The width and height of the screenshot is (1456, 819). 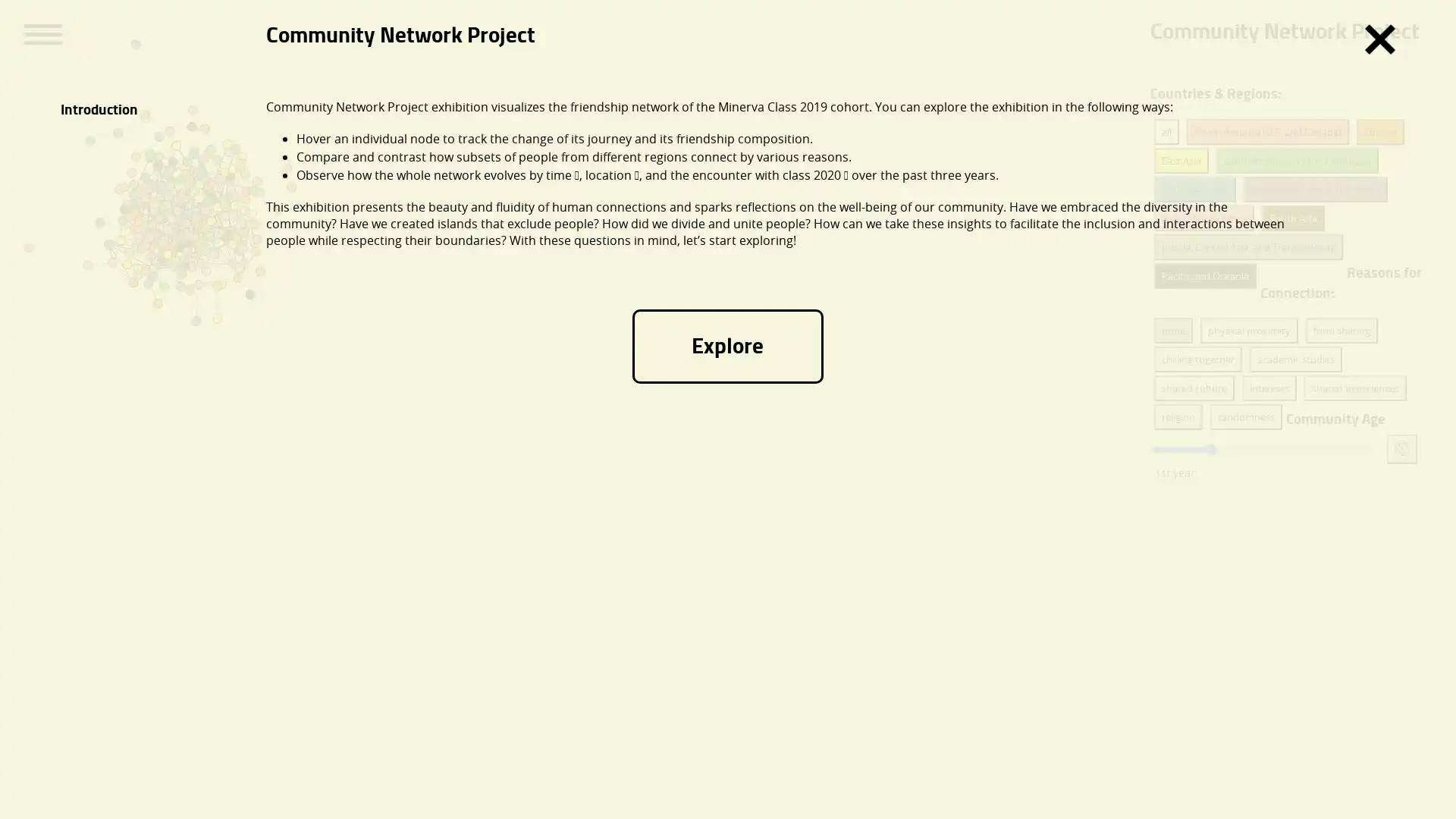 What do you see at coordinates (1166, 130) in the screenshot?
I see `all` at bounding box center [1166, 130].